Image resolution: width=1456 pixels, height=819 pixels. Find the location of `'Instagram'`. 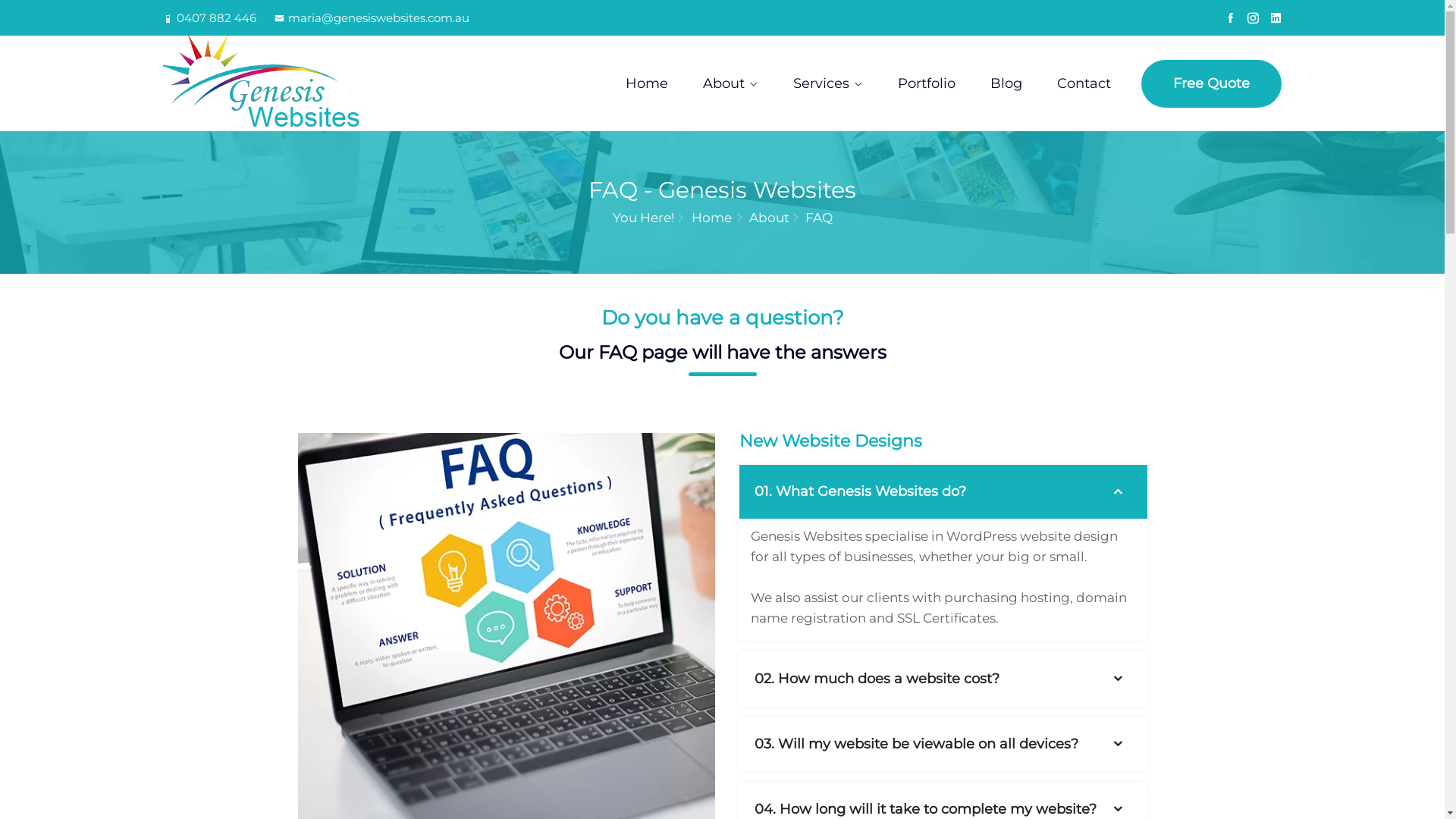

'Instagram' is located at coordinates (1253, 17).